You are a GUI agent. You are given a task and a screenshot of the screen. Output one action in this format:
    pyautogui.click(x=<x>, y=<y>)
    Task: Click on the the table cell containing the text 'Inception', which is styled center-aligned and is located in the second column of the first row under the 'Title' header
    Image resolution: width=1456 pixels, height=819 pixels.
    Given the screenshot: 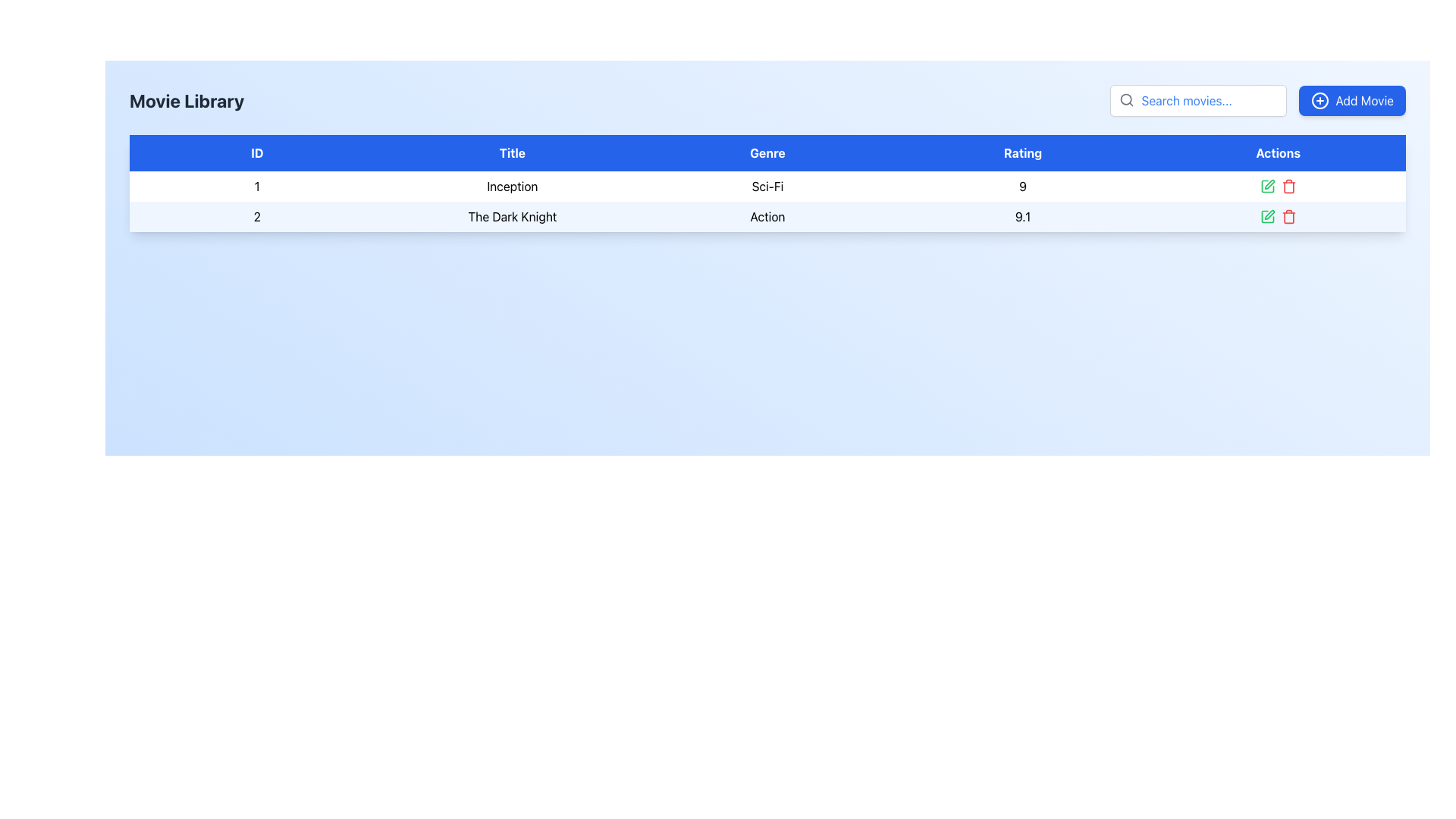 What is the action you would take?
    pyautogui.click(x=512, y=186)
    